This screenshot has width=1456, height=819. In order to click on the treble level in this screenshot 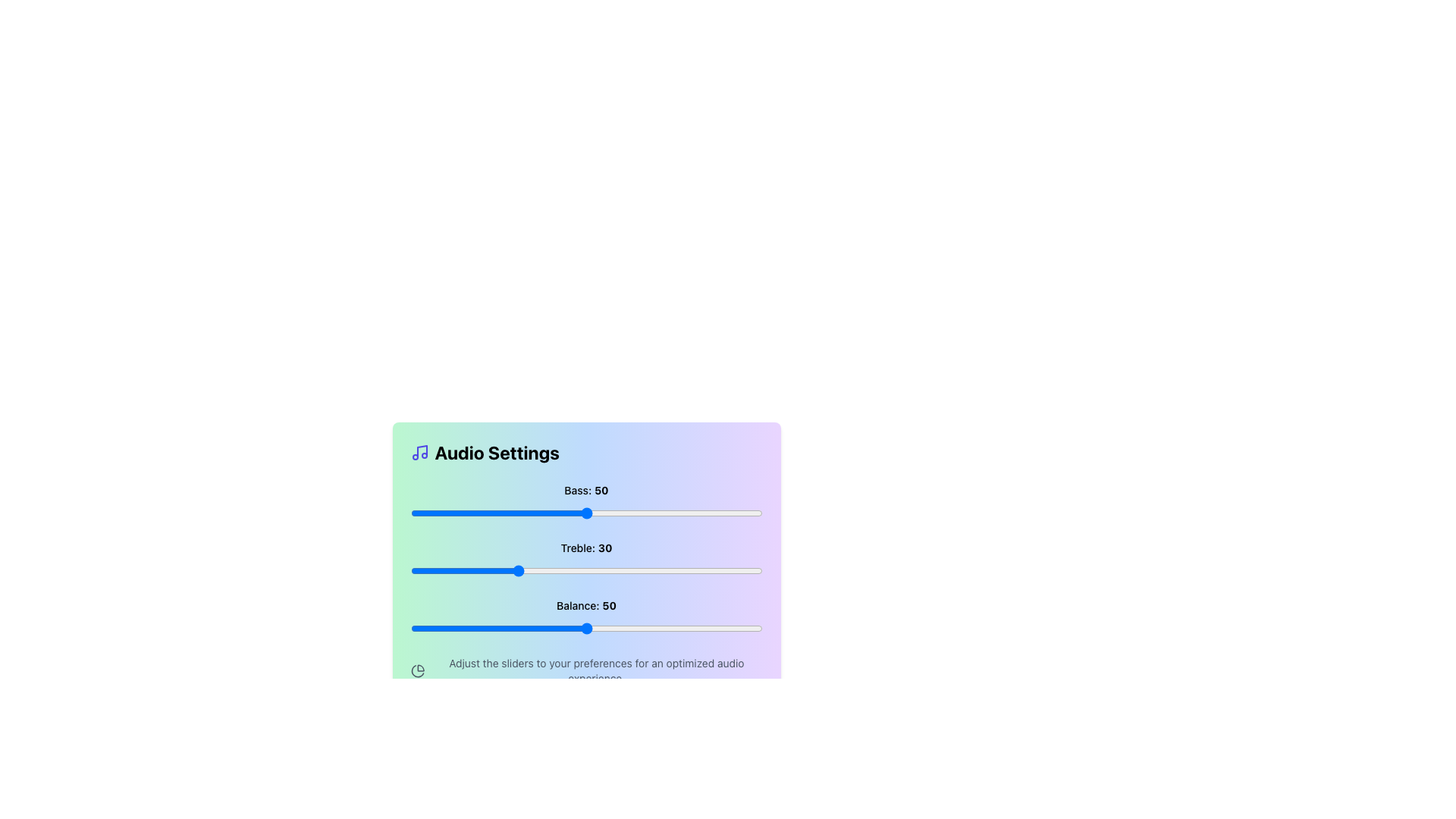, I will do `click(560, 570)`.